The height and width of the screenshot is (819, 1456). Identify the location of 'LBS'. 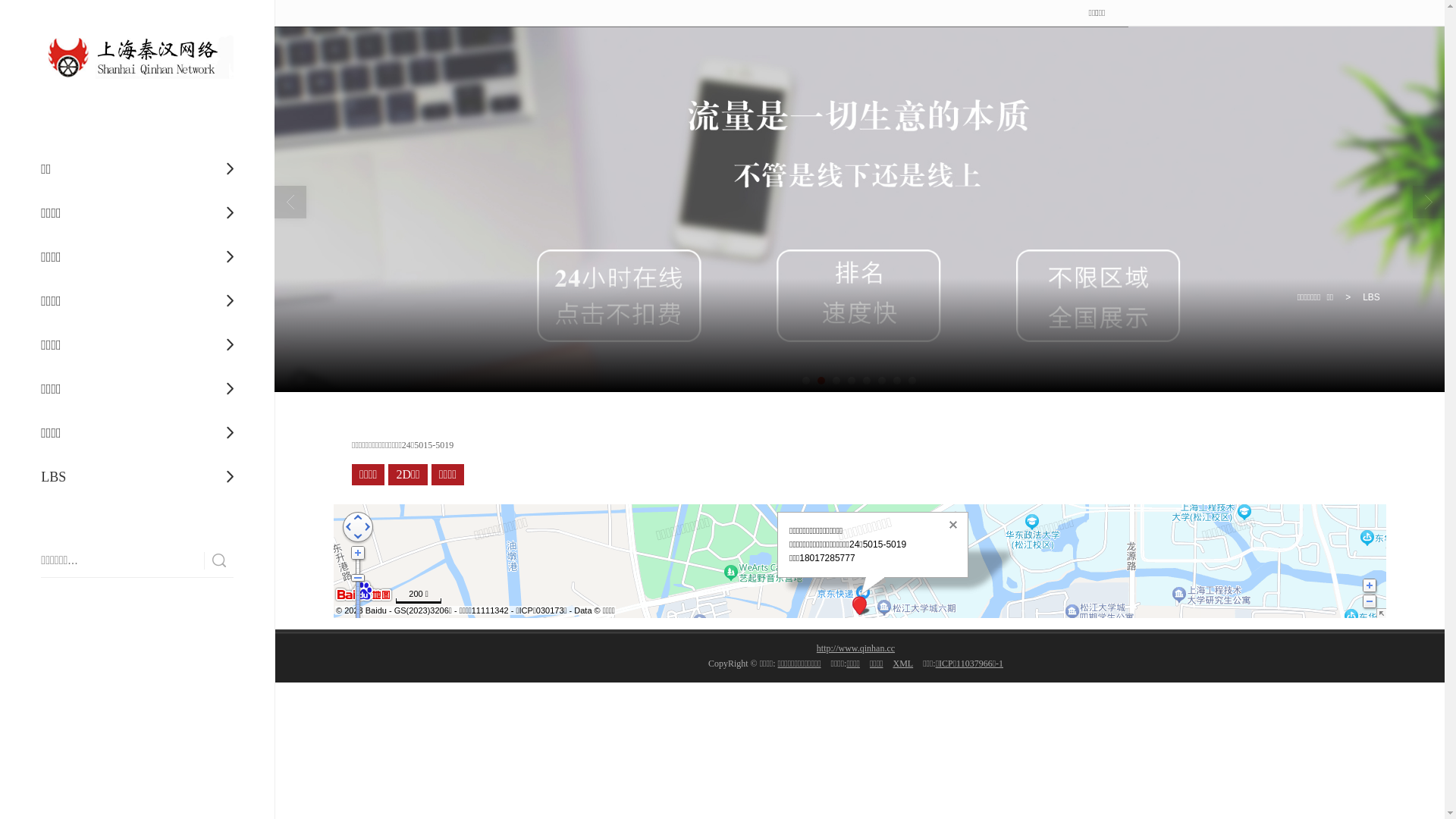
(1371, 297).